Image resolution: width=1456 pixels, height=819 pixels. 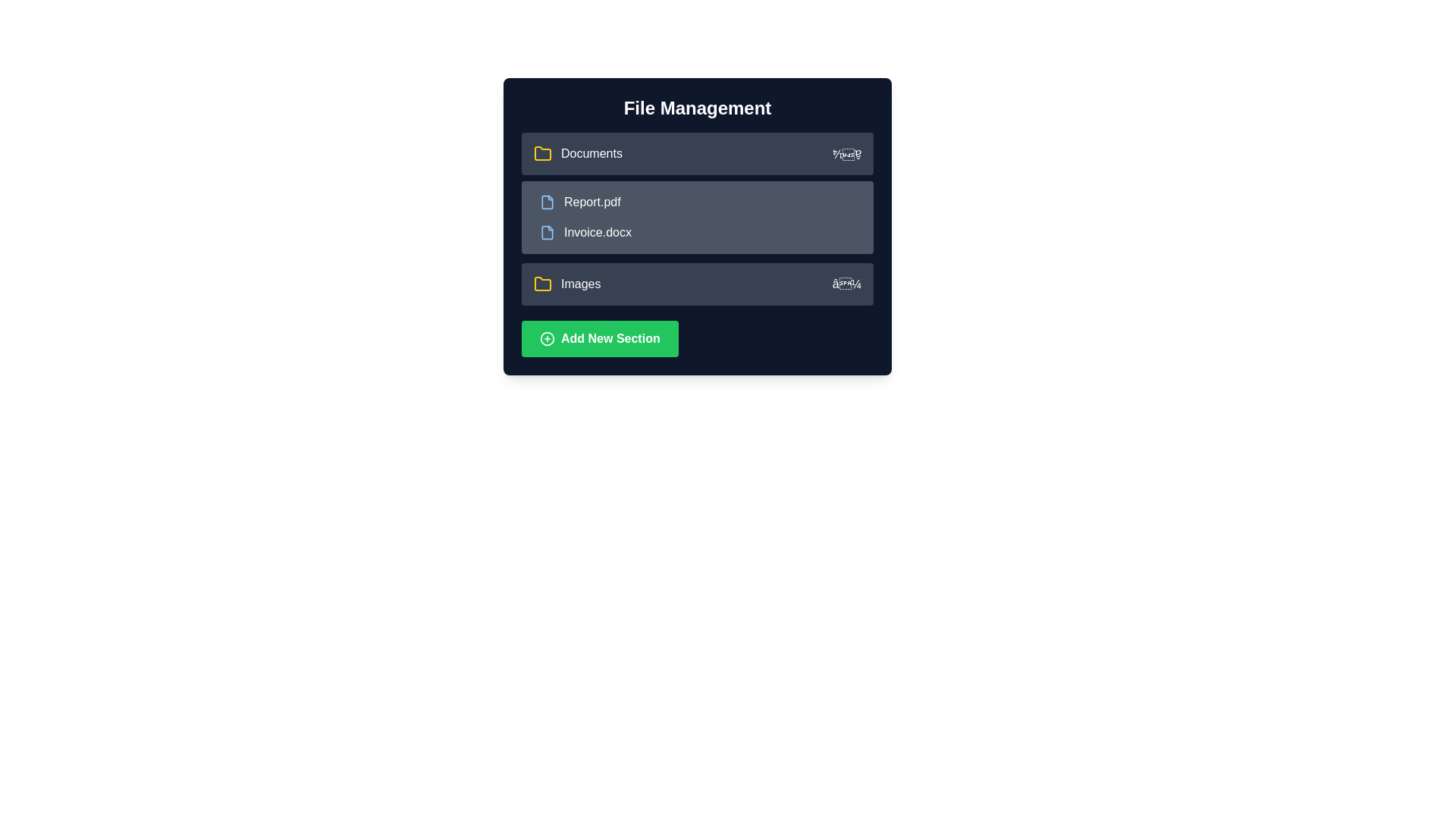 I want to click on the file icon with a blue outline and light-blue foreground, located to the immediate left of the text 'Report.pdf' in the file management panel, so click(x=546, y=201).